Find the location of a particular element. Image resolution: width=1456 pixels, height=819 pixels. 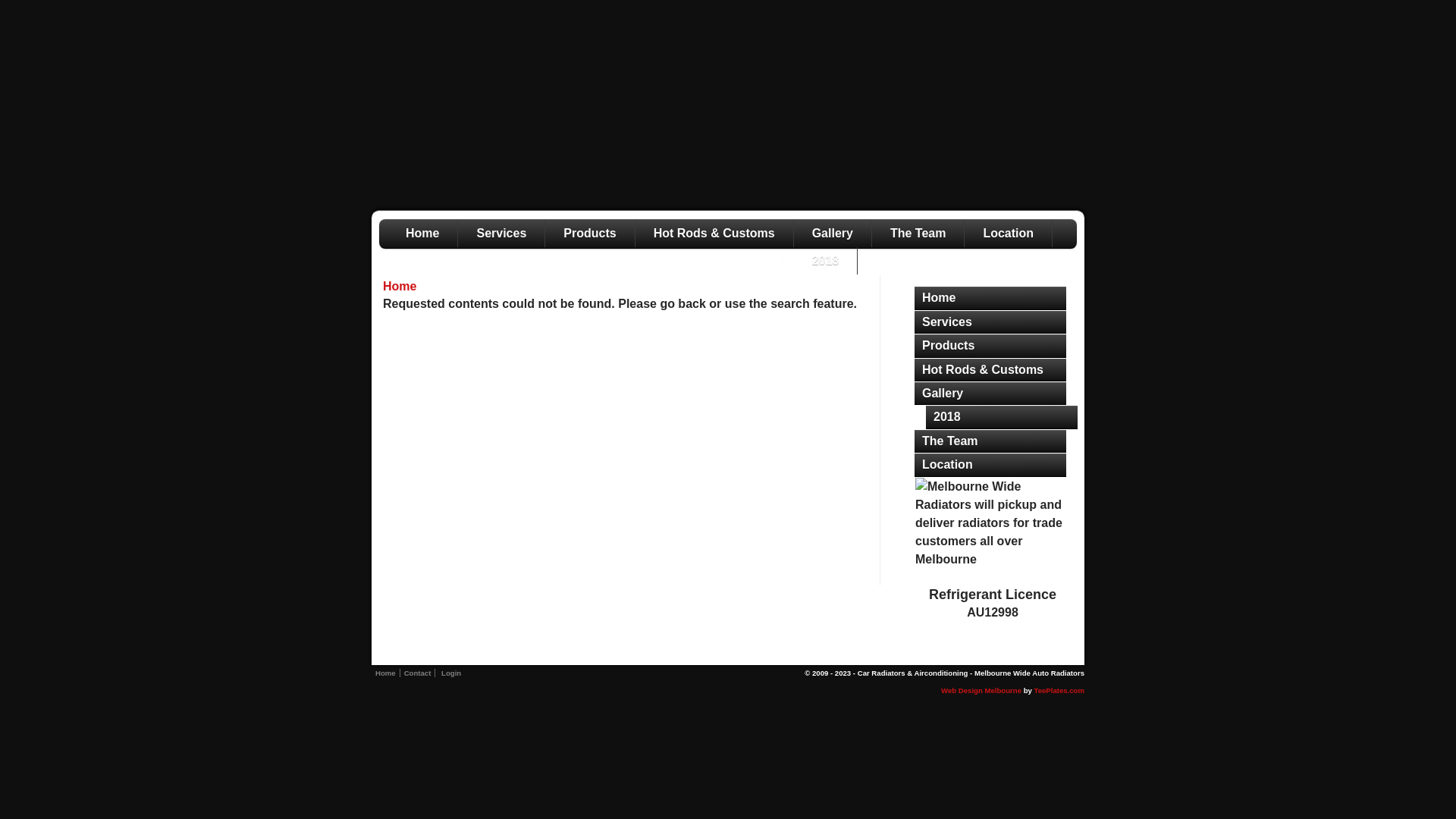

'The Team' is located at coordinates (990, 441).